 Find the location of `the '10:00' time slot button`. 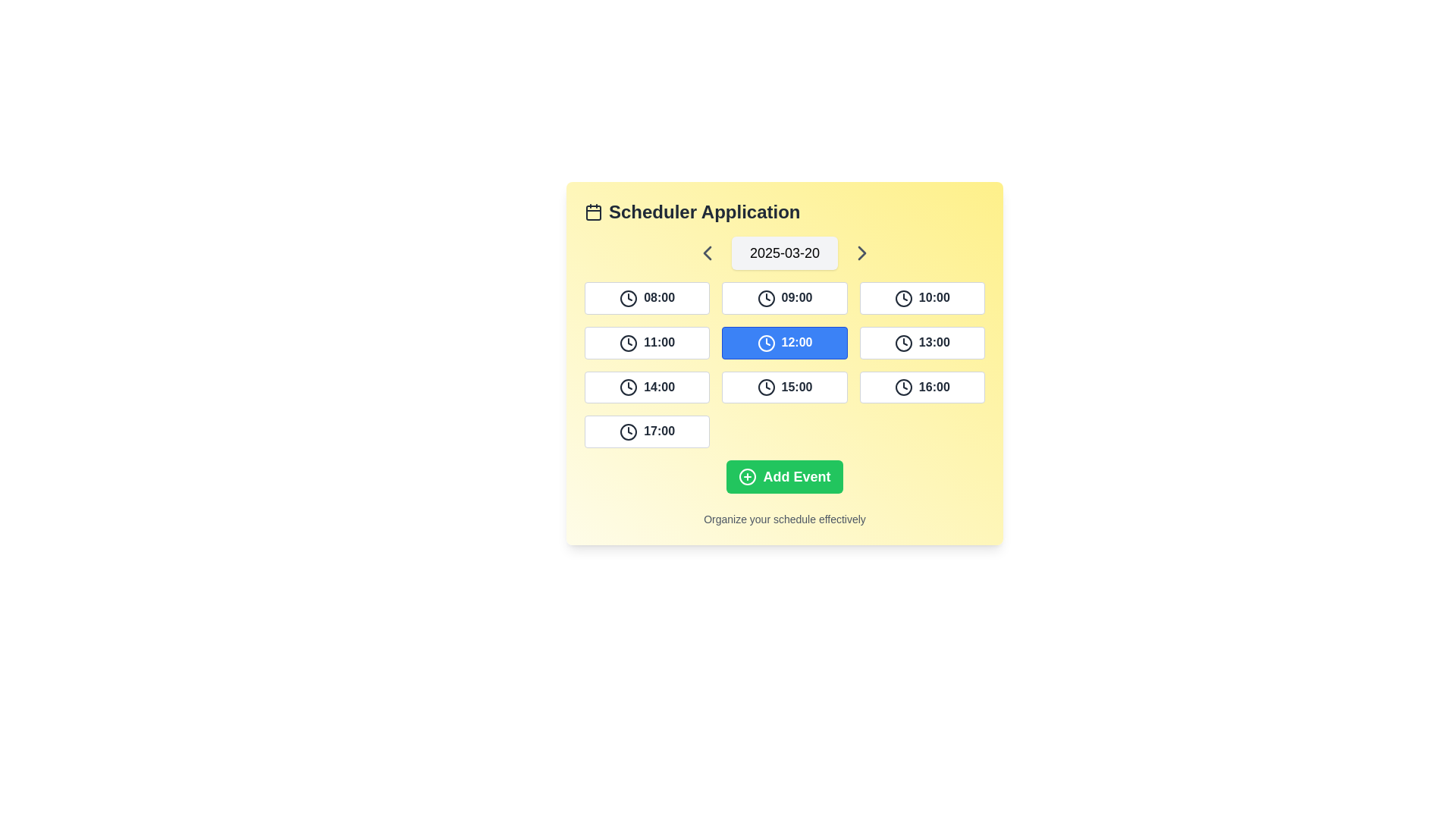

the '10:00' time slot button is located at coordinates (921, 298).